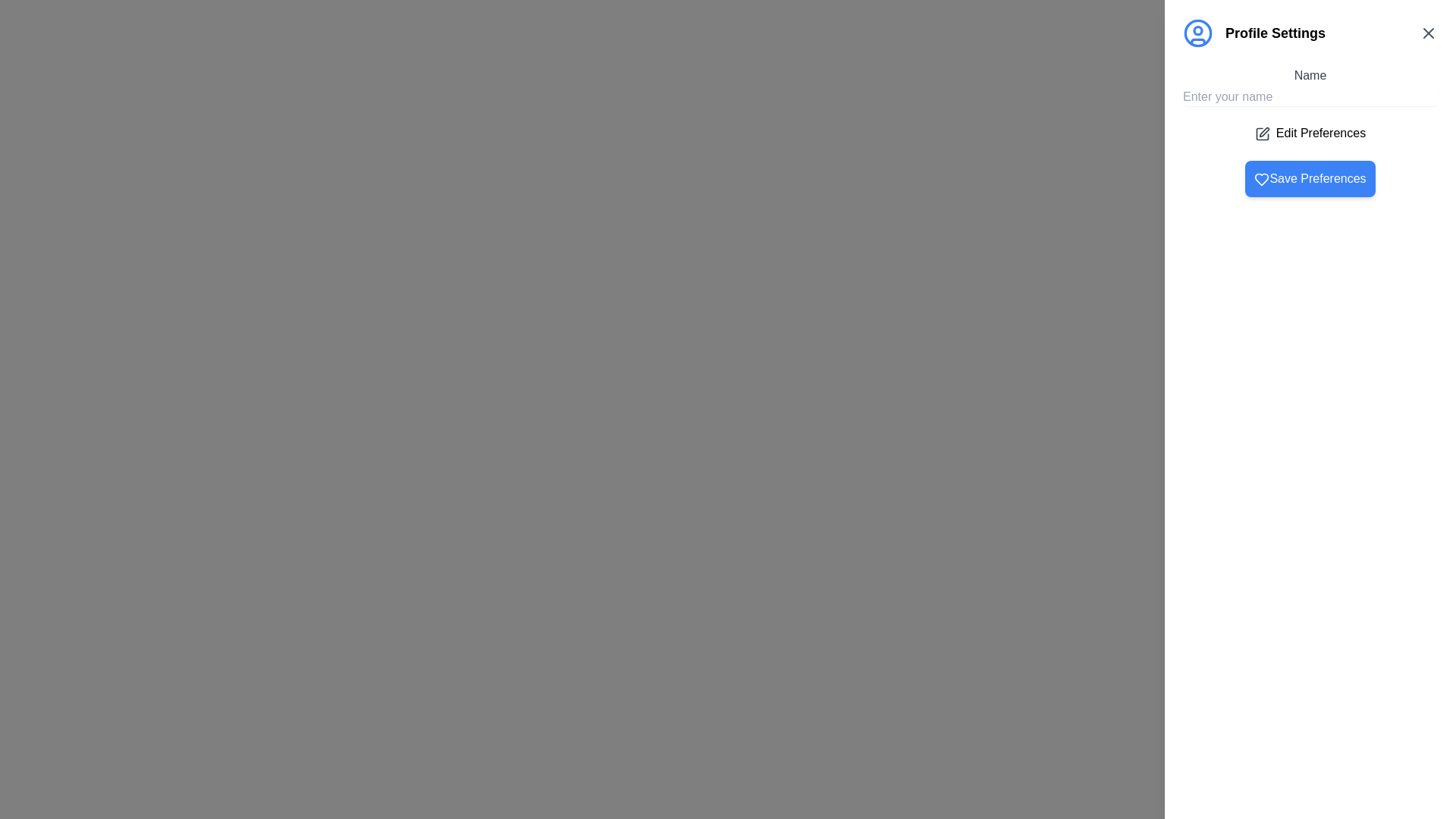 The height and width of the screenshot is (819, 1456). I want to click on the decorative icon for 'Edit Preferences' located near the top of the right sidebar, below the 'Profile Settings' title, so click(1262, 133).